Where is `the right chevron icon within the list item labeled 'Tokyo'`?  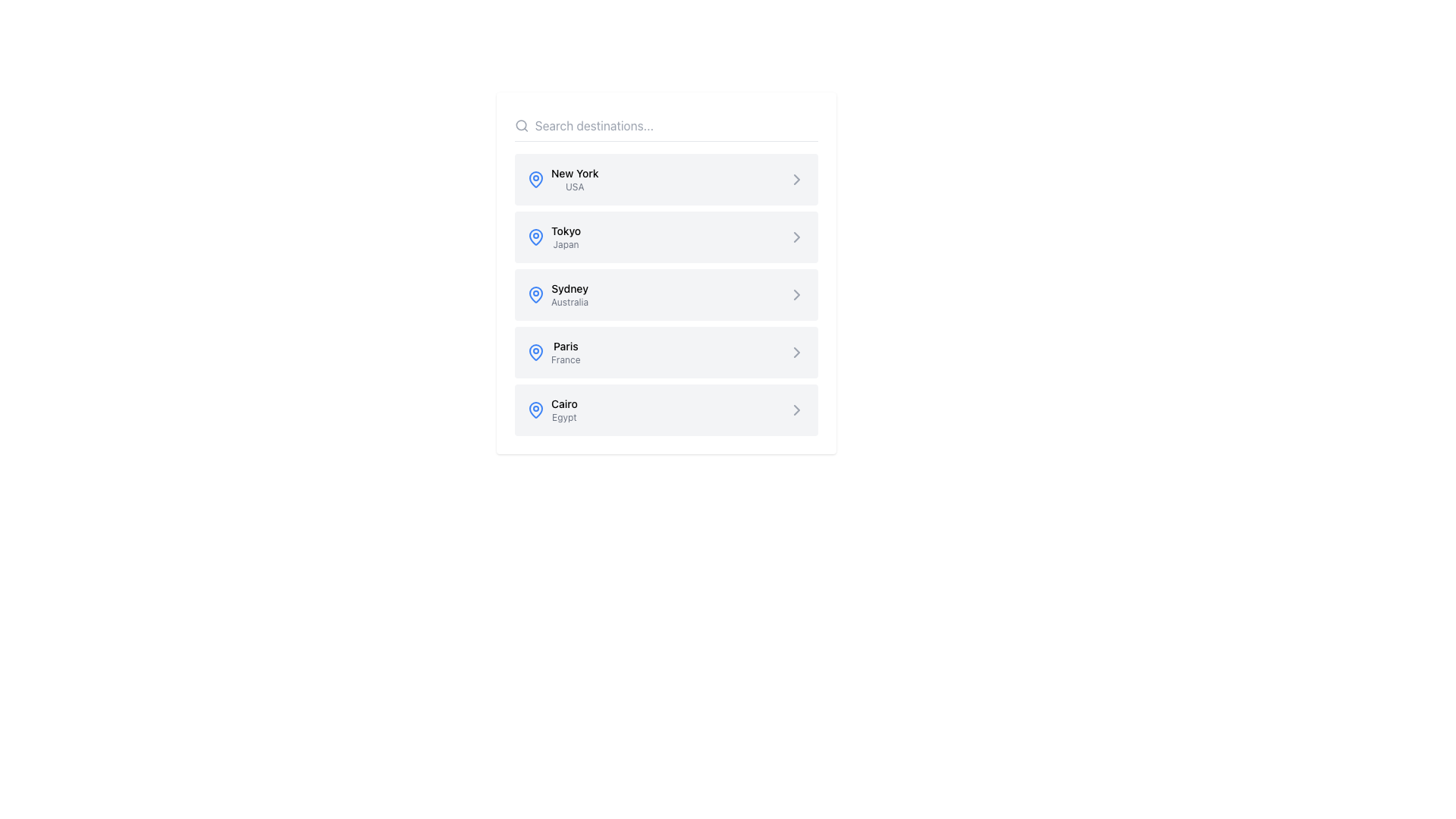
the right chevron icon within the list item labeled 'Tokyo' is located at coordinates (796, 237).